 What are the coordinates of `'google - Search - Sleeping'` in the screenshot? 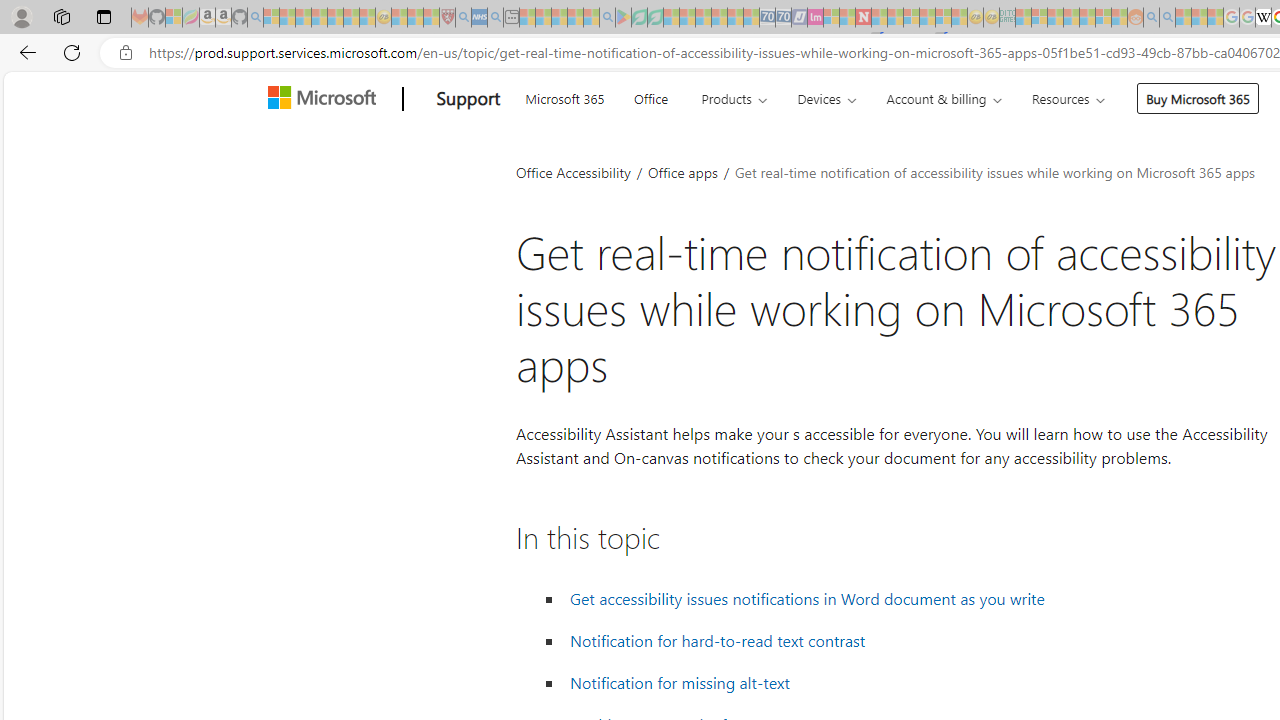 It's located at (607, 17).